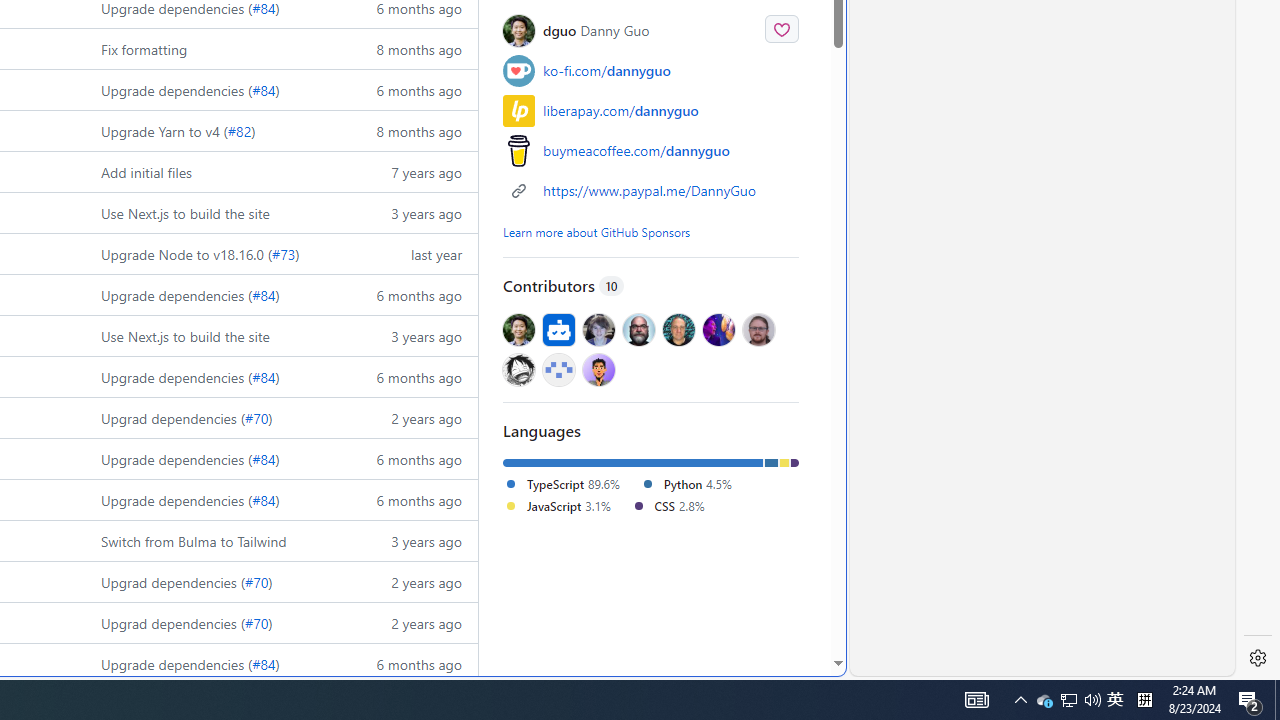 Image resolution: width=1280 pixels, height=720 pixels. I want to click on '@sy-records', so click(519, 369).